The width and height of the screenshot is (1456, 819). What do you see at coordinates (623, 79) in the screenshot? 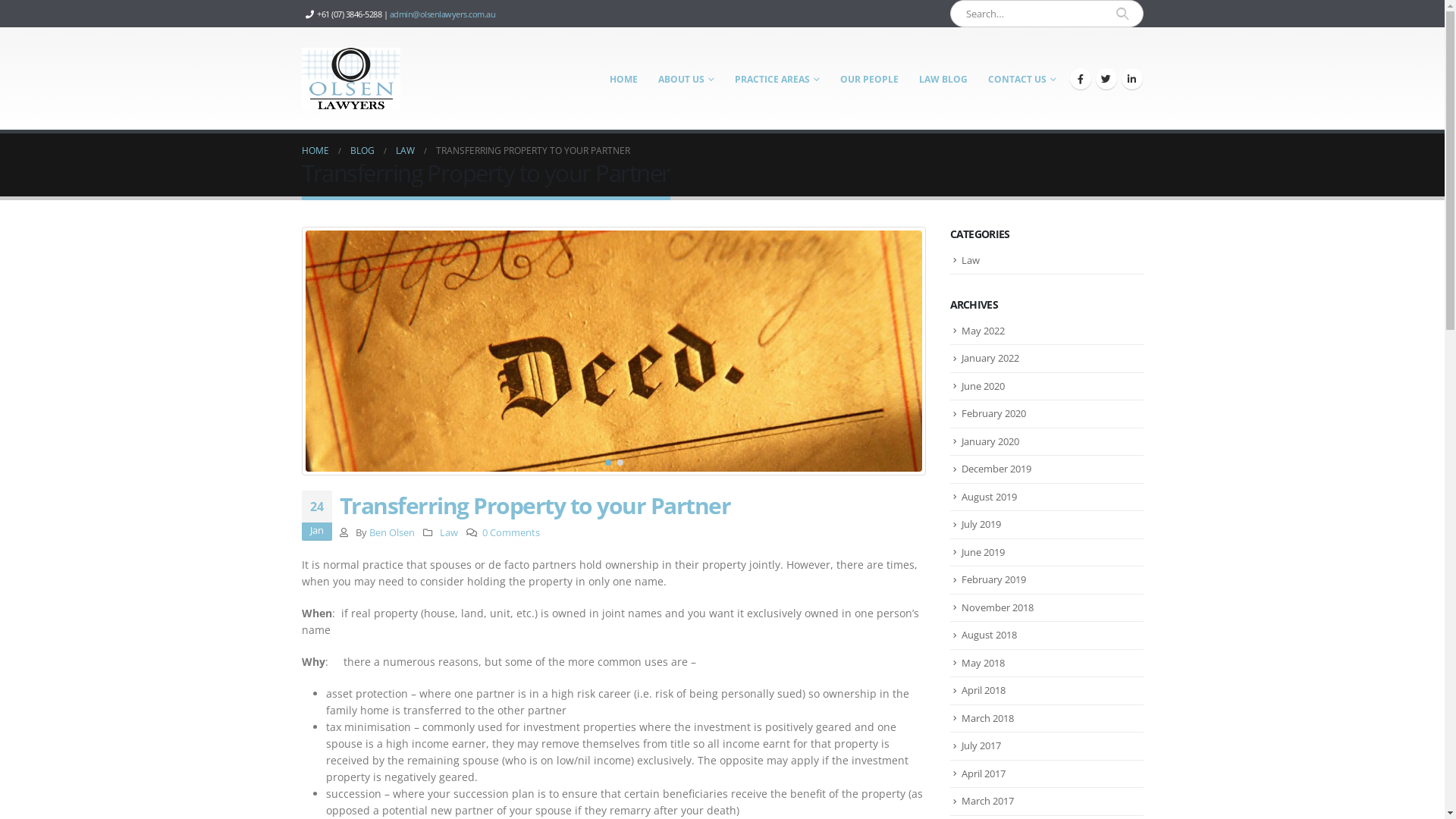
I see `'HOME'` at bounding box center [623, 79].